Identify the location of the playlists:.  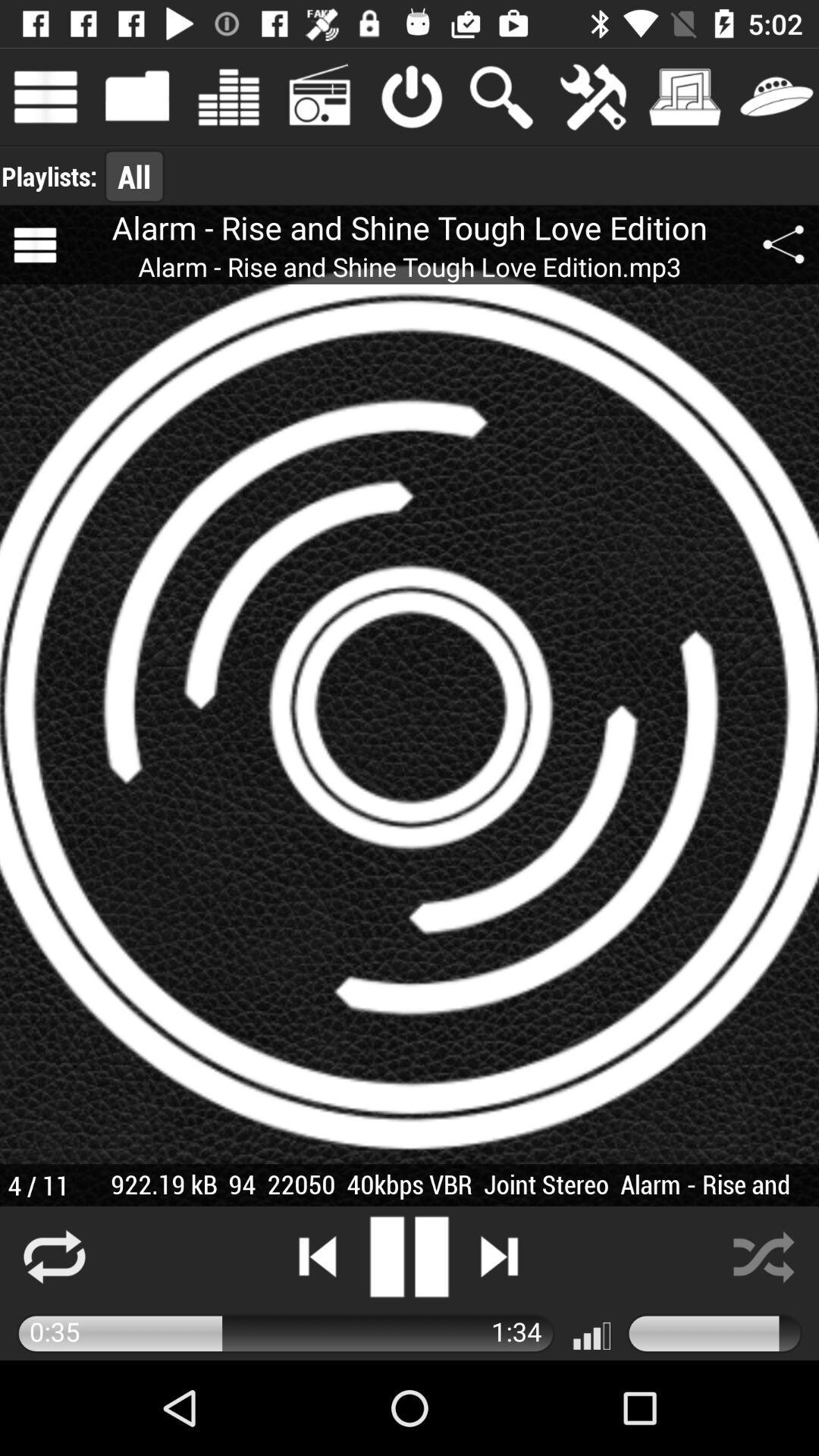
(49, 176).